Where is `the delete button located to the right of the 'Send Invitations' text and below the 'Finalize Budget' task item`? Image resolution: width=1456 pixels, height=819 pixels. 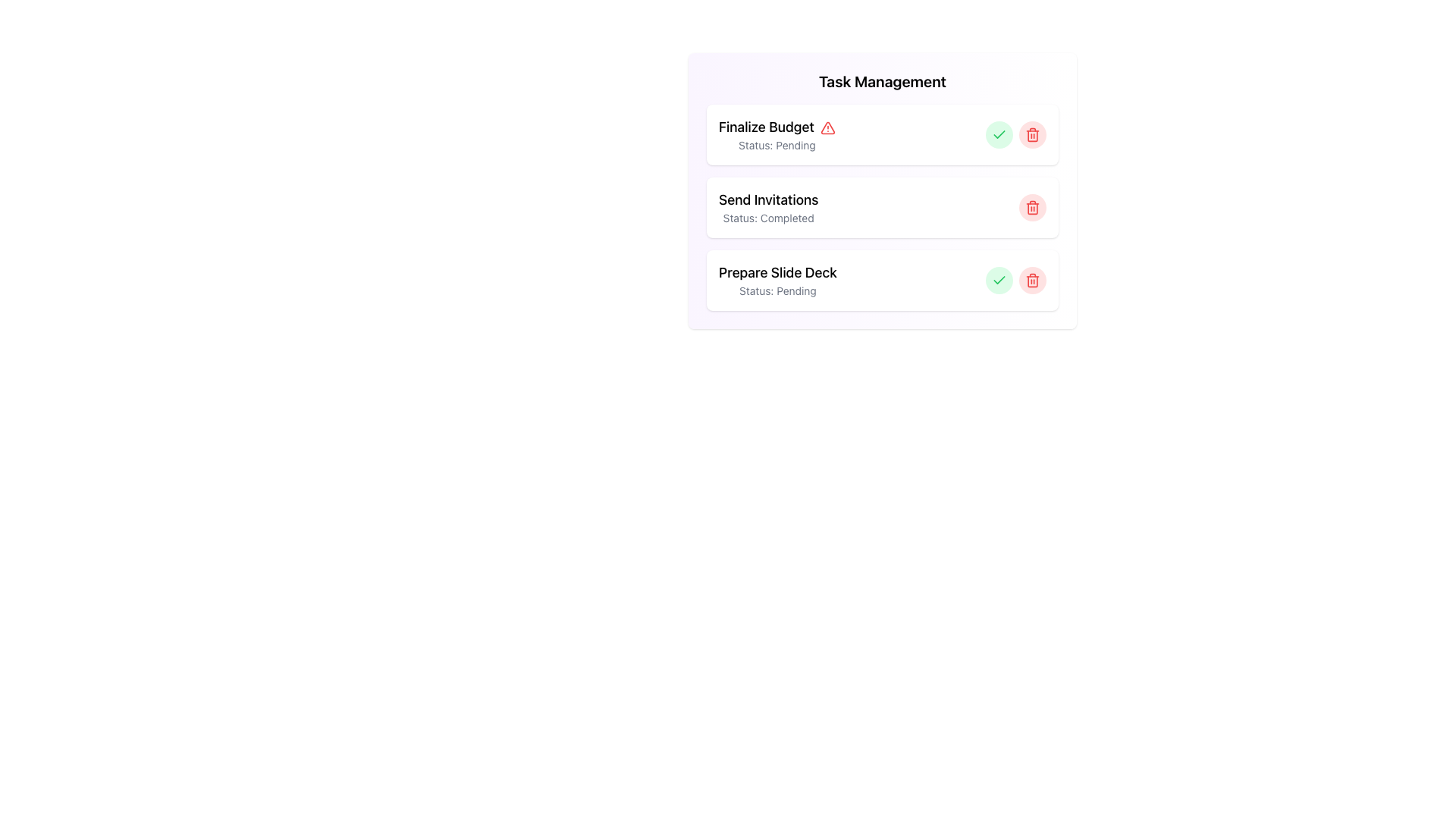
the delete button located to the right of the 'Send Invitations' text and below the 'Finalize Budget' task item is located at coordinates (1032, 207).